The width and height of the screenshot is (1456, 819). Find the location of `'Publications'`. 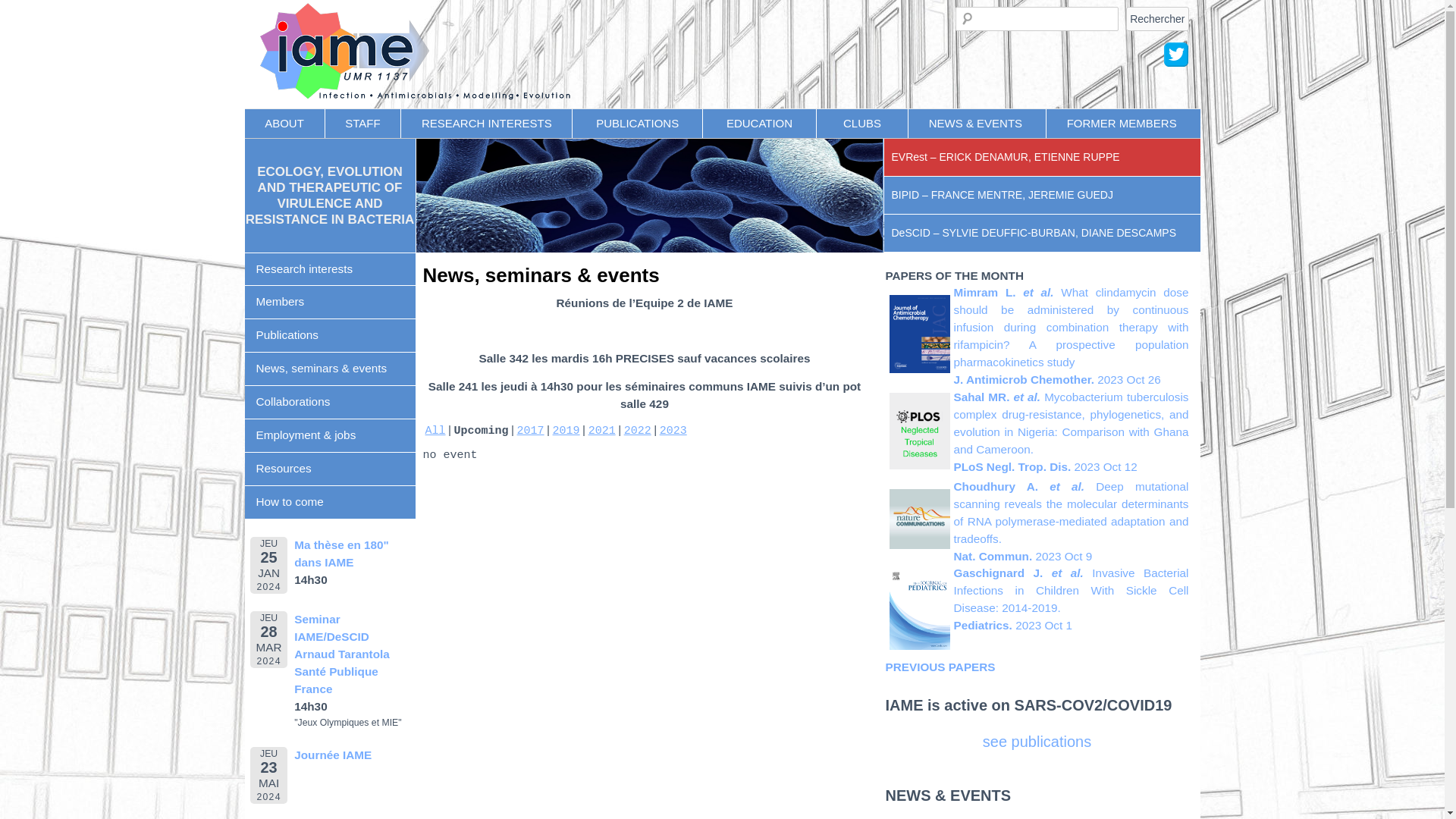

'Publications' is located at coordinates (243, 335).